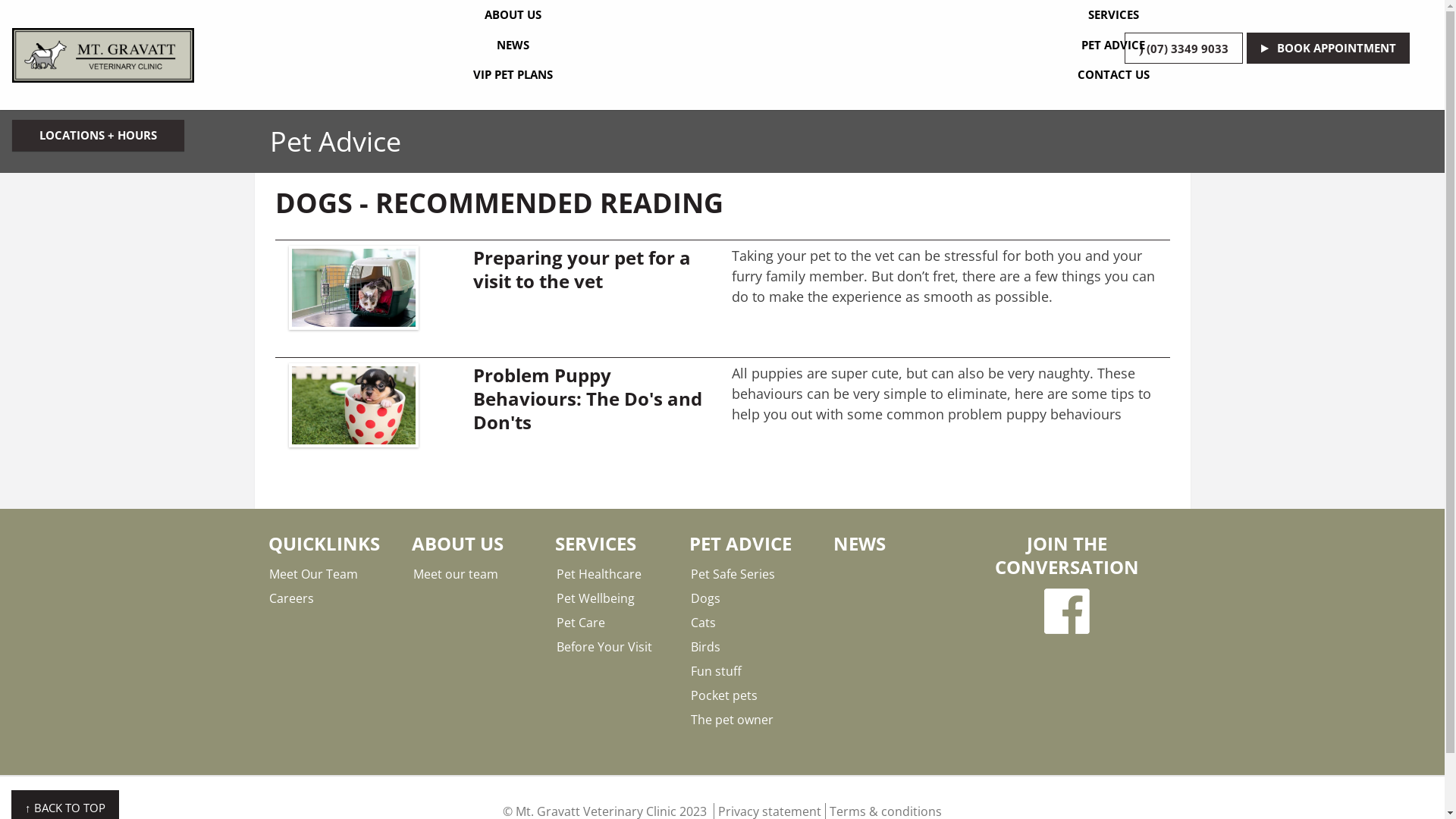 This screenshot has height=819, width=1456. Describe the element at coordinates (617, 646) in the screenshot. I see `'Before Your Visit'` at that location.